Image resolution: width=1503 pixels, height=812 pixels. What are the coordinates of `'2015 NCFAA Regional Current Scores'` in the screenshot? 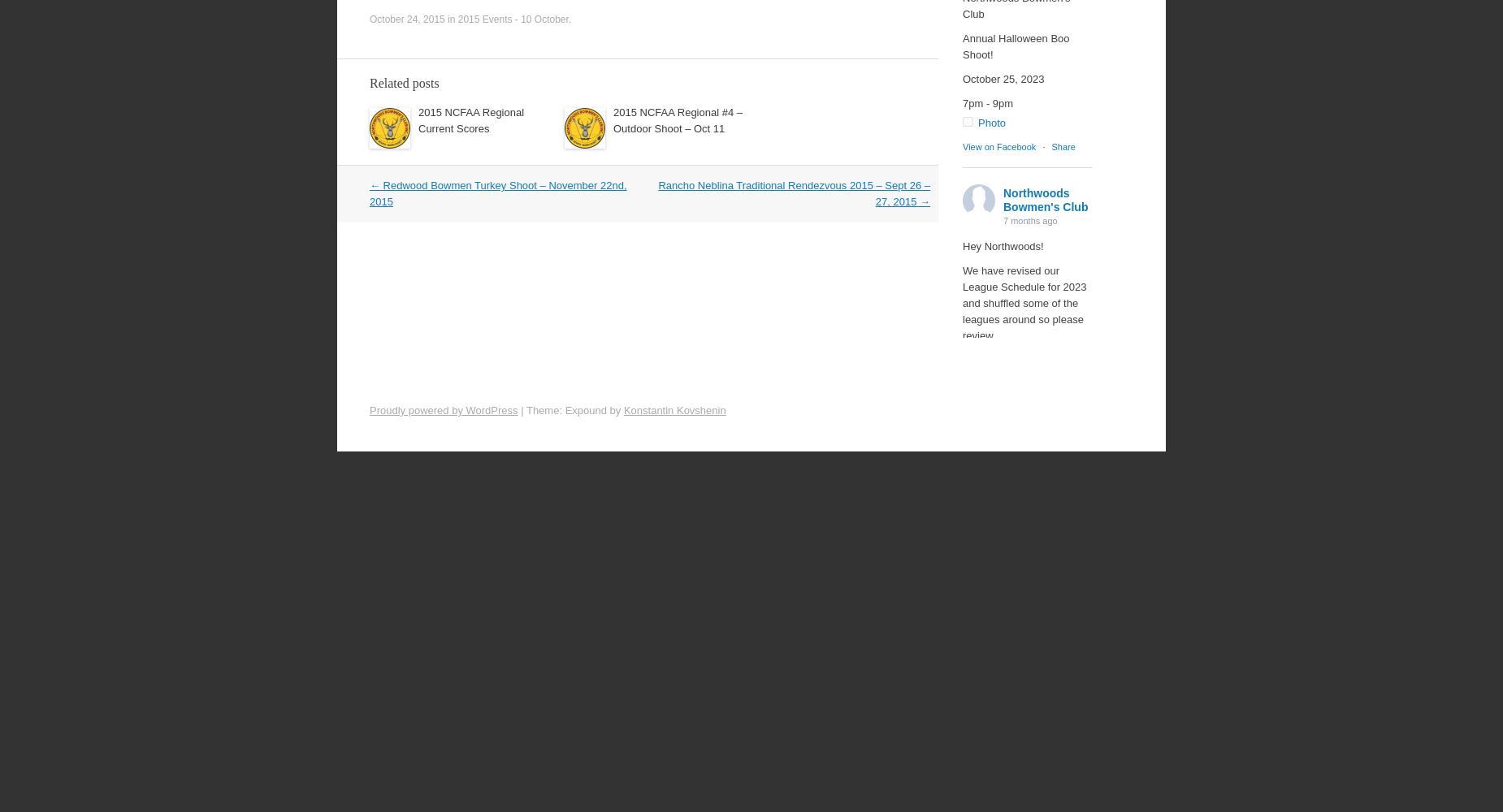 It's located at (470, 120).